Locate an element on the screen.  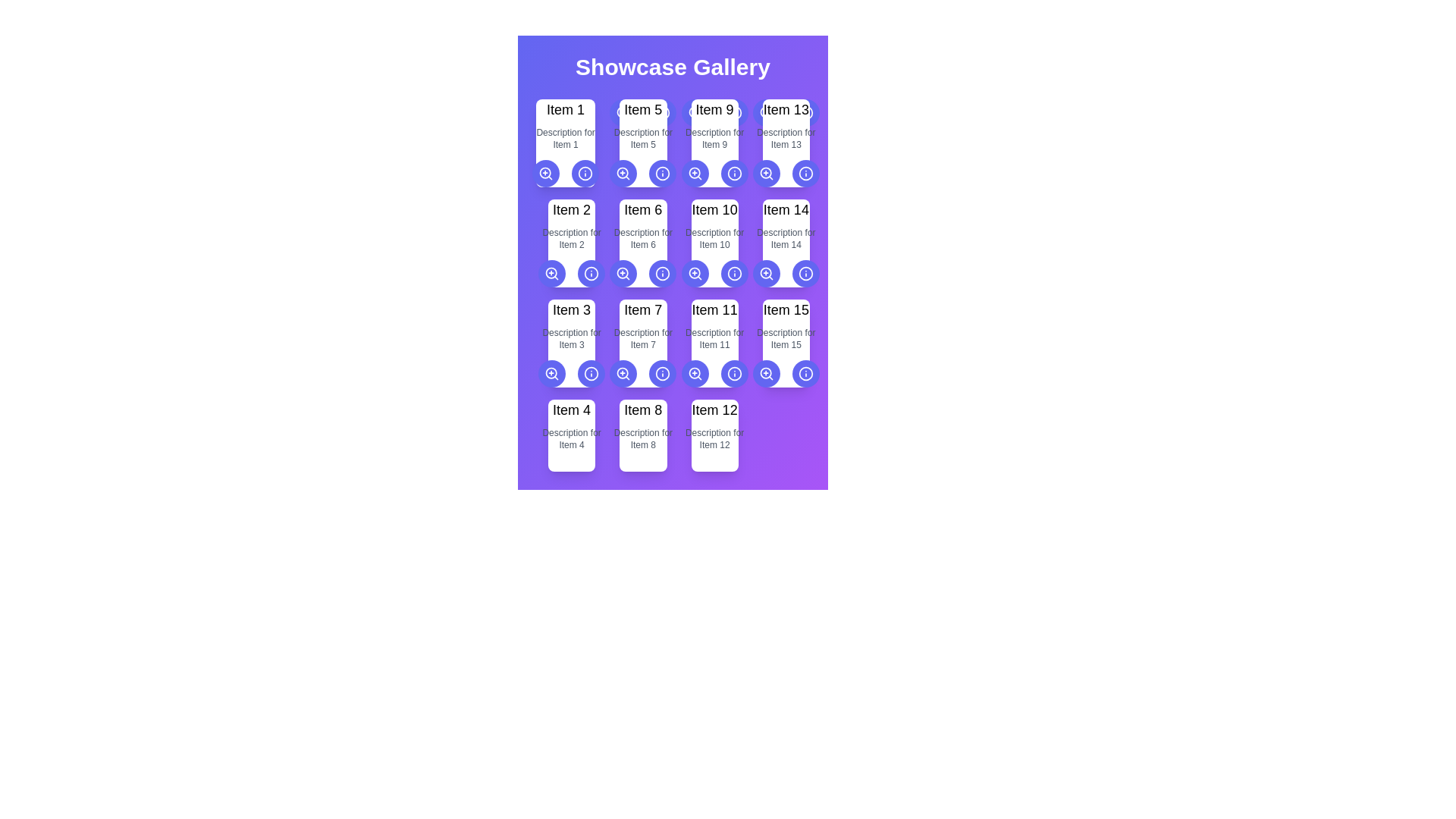
the zoom-in button in the grouped set of interactive buttons located below the title and description of 'Item 2' is located at coordinates (571, 274).